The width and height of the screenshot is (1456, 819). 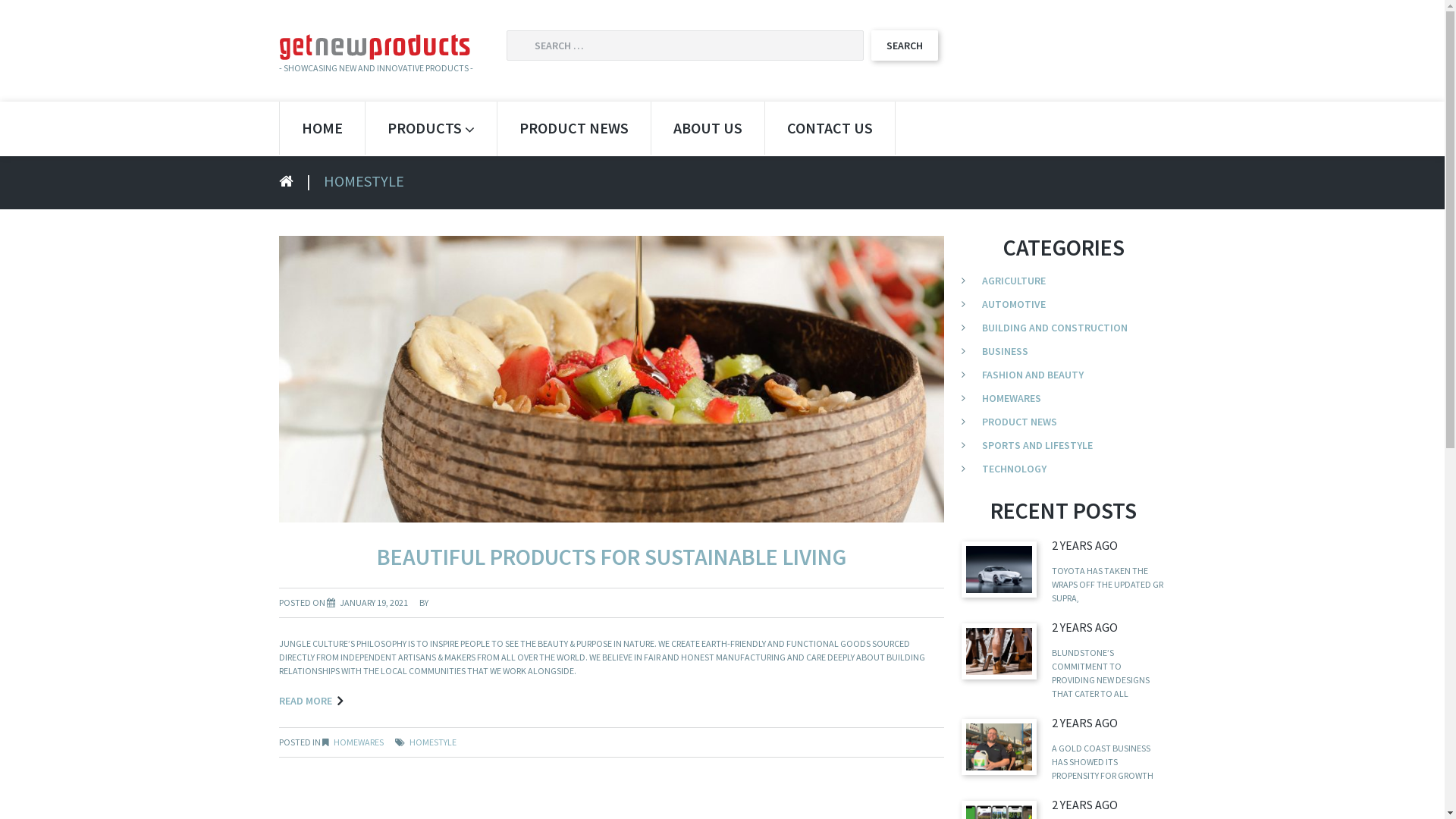 I want to click on 'BUSINESS', so click(x=1005, y=350).